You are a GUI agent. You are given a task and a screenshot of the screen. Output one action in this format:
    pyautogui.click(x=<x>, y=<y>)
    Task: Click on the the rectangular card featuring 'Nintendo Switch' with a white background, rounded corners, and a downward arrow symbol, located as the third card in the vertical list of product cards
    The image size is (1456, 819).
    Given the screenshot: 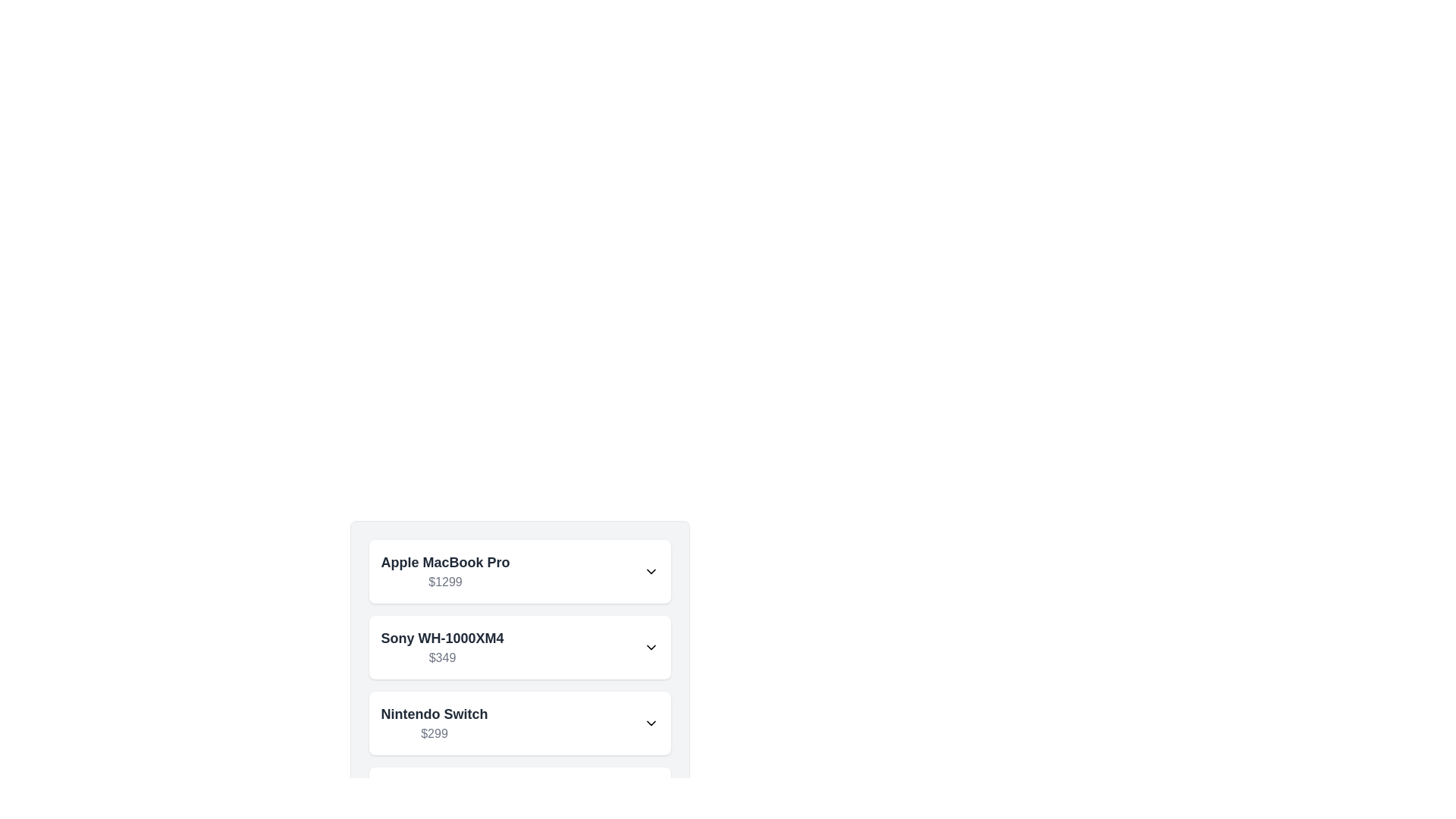 What is the action you would take?
    pyautogui.click(x=519, y=722)
    